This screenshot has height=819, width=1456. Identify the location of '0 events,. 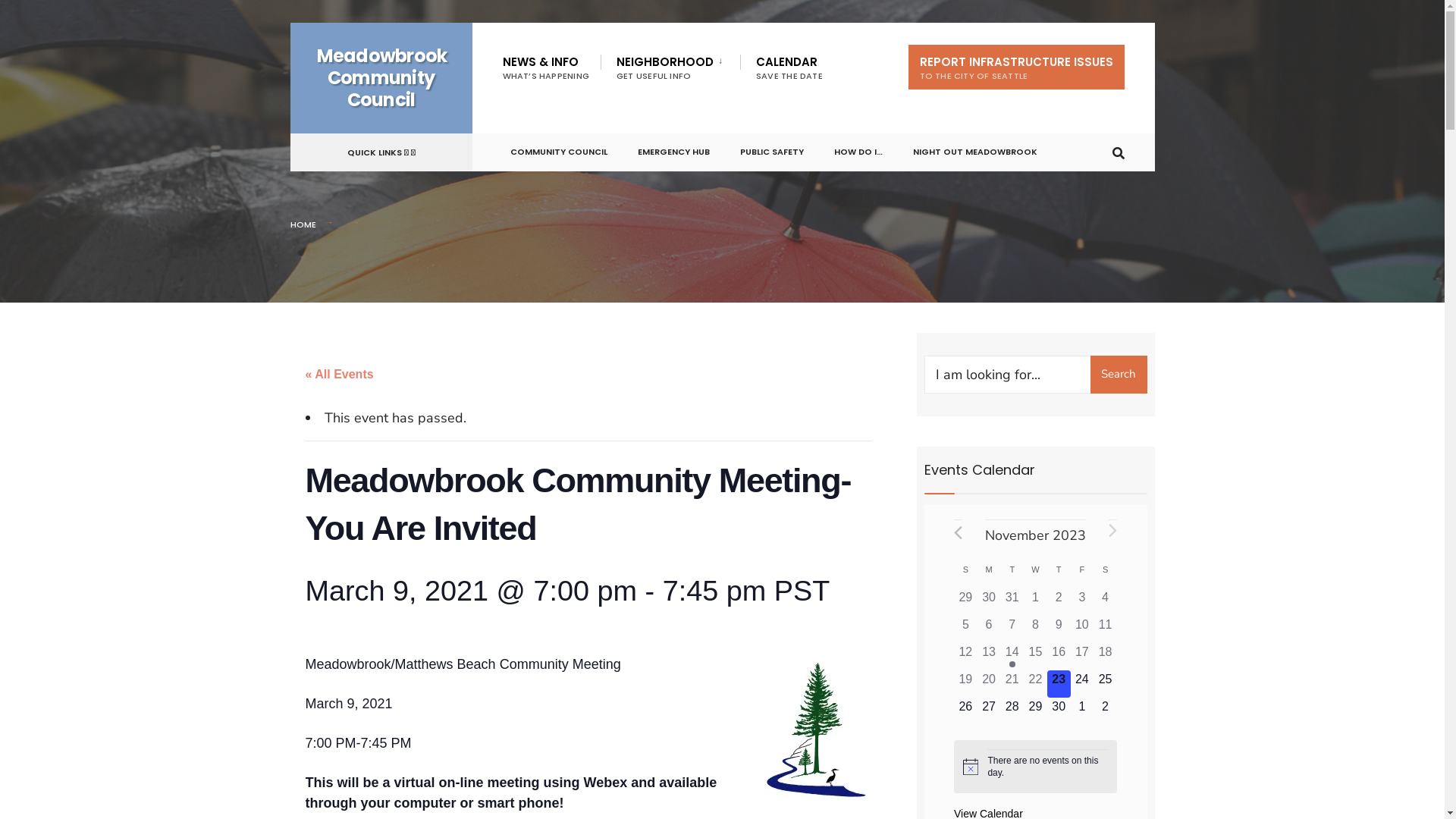
(977, 601).